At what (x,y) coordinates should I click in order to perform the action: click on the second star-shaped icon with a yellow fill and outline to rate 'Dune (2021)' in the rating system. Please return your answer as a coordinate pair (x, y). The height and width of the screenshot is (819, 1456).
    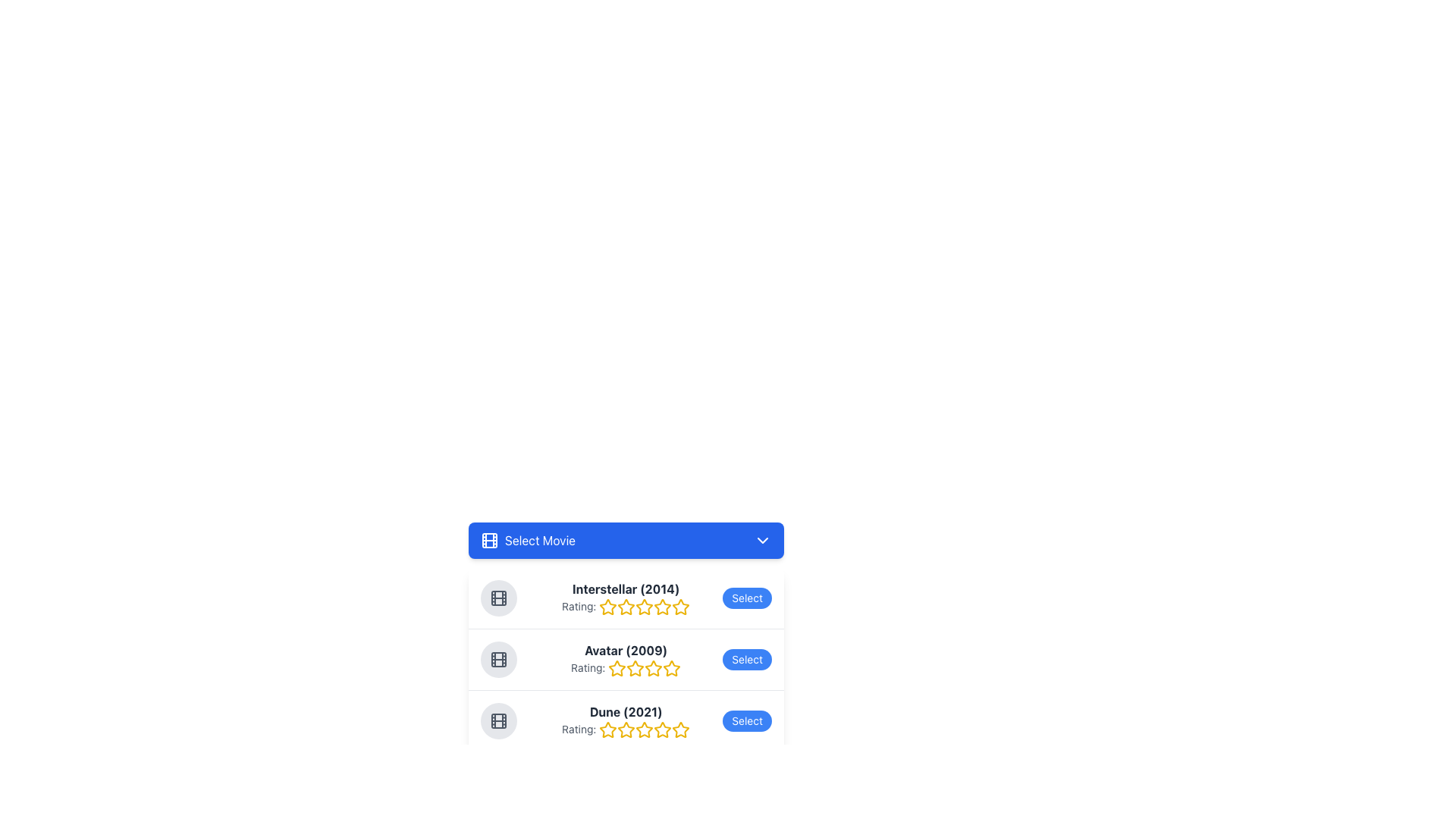
    Looking at the image, I should click on (626, 729).